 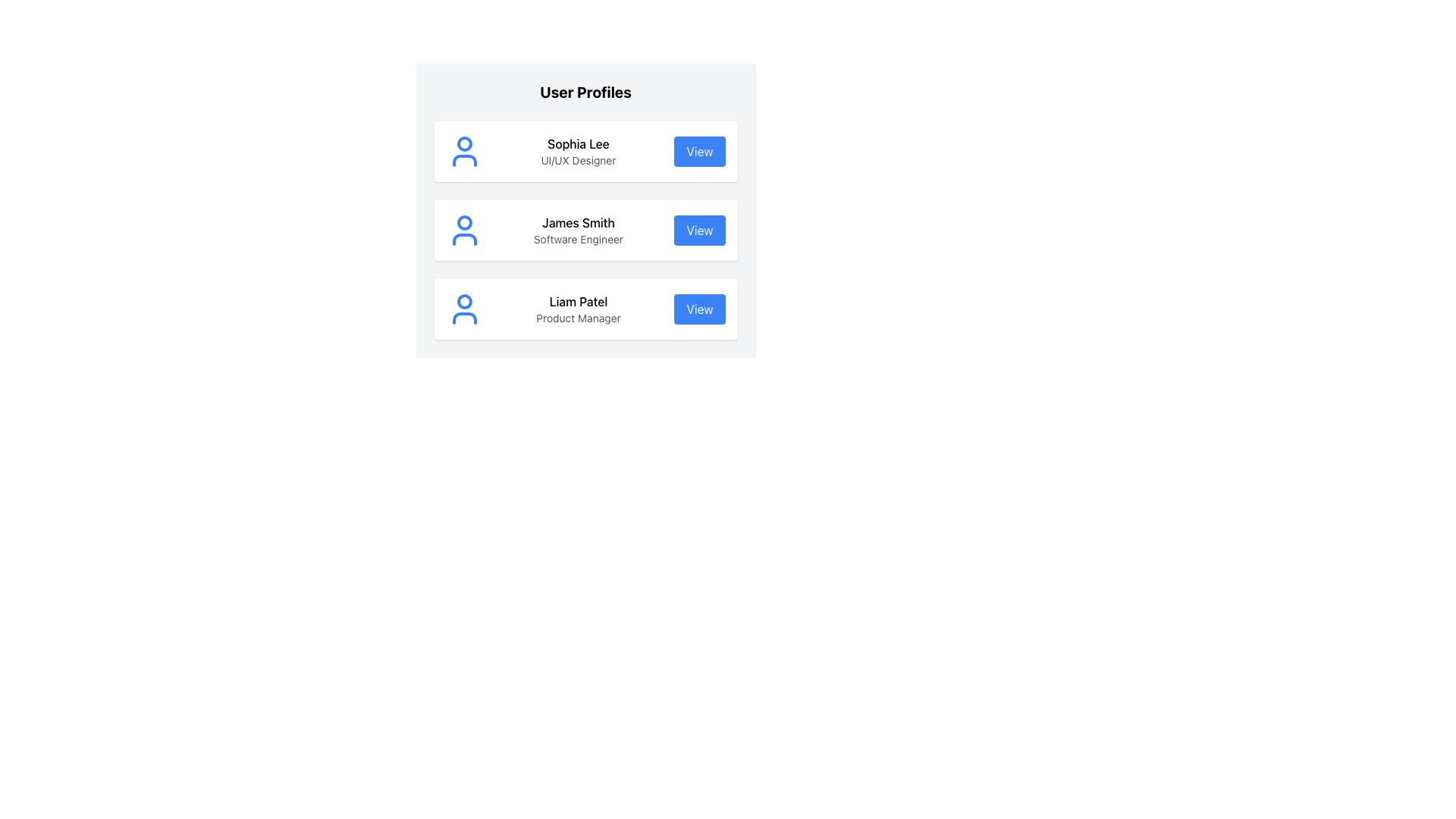 I want to click on the profile image icon representing user 'James Smith' located at the top-left corner of the second user profile card, so click(x=463, y=231).